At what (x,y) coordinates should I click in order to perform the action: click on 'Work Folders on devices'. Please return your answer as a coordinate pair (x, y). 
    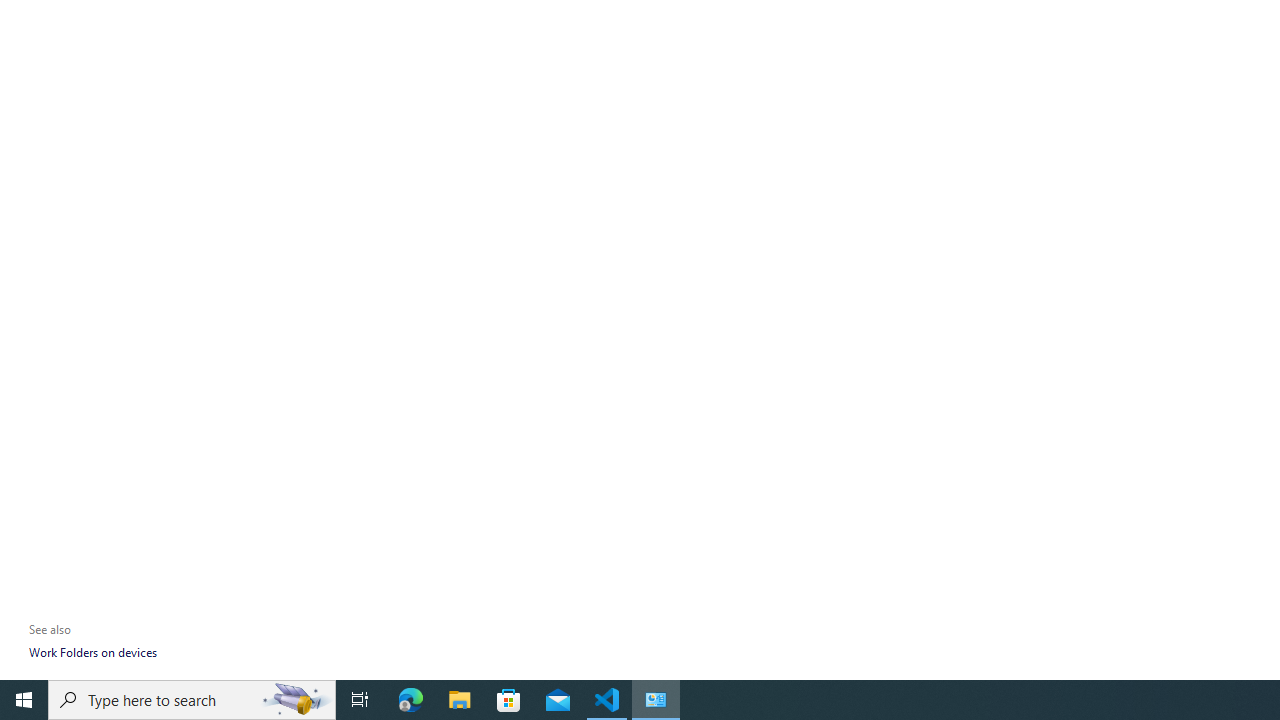
    Looking at the image, I should click on (91, 652).